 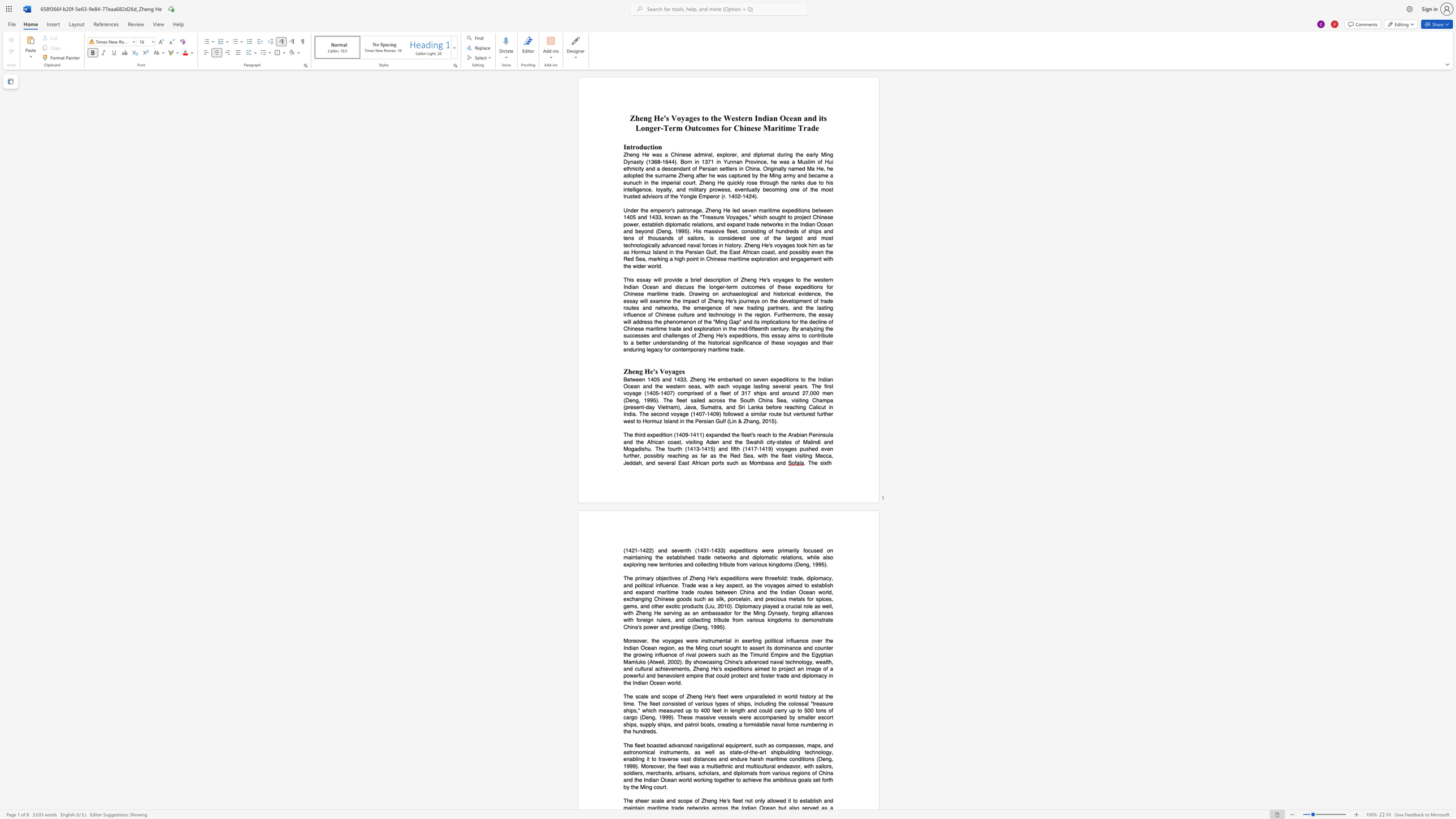 What do you see at coordinates (658, 146) in the screenshot?
I see `the space between the continuous character "o" and "n" in the text` at bounding box center [658, 146].